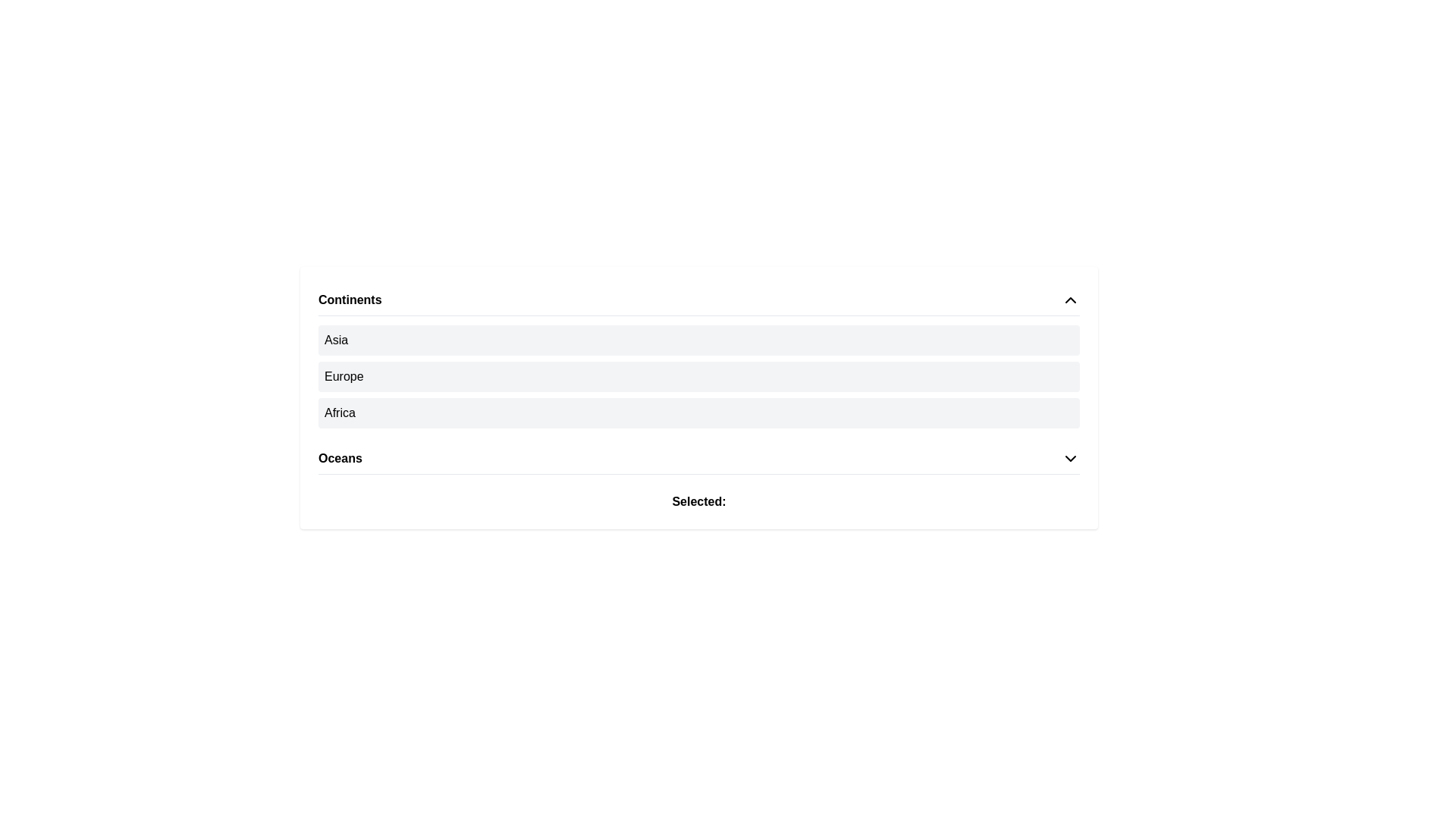 This screenshot has height=819, width=1456. Describe the element at coordinates (349, 300) in the screenshot. I see `the 'Continents' text label located in the upper part of the grouped section, which has a chevron icon to its right` at that location.